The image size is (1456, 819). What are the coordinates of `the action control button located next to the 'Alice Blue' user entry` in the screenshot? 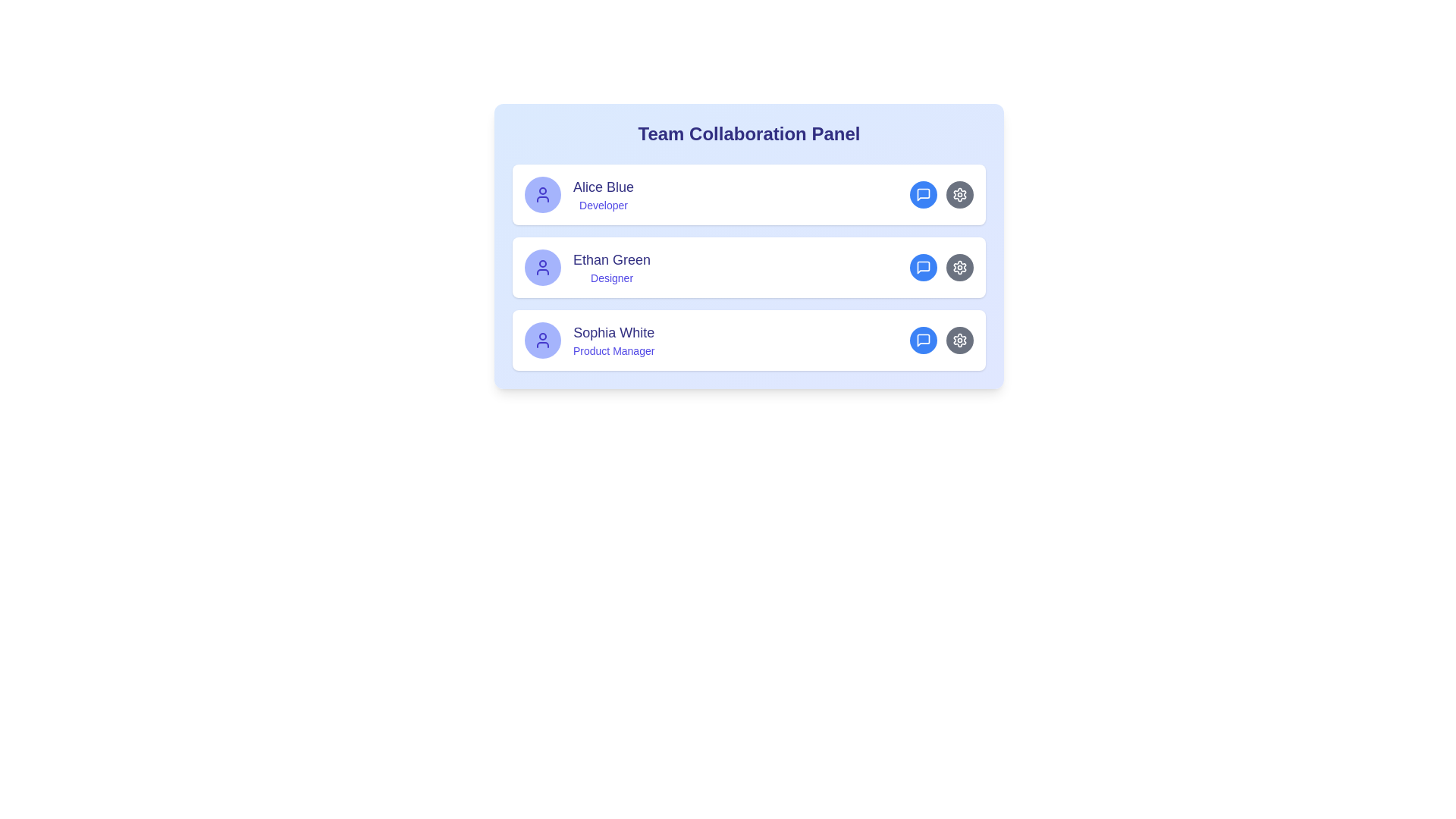 It's located at (923, 194).